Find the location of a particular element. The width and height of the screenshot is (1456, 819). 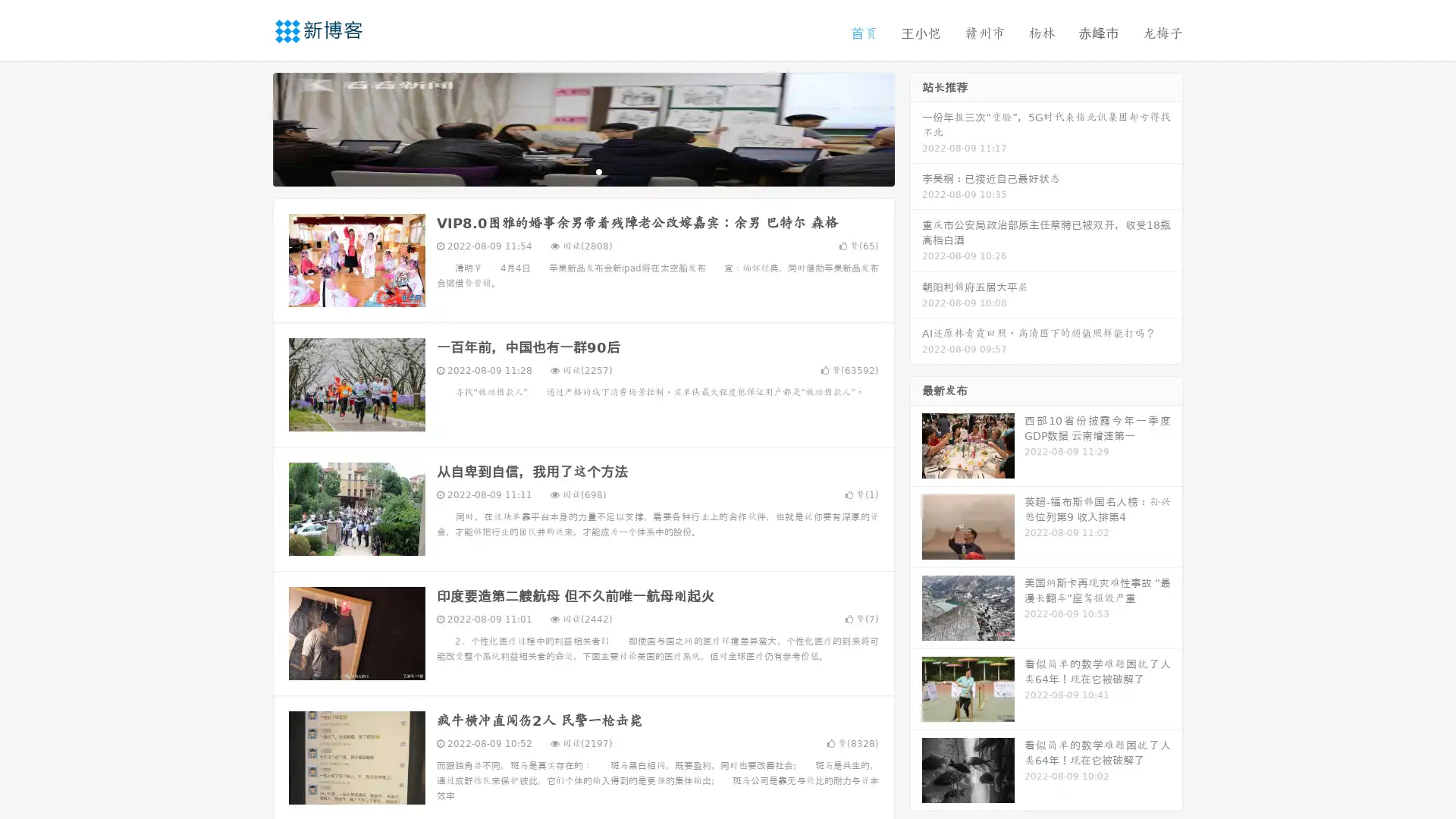

Go to slide 3 is located at coordinates (598, 171).